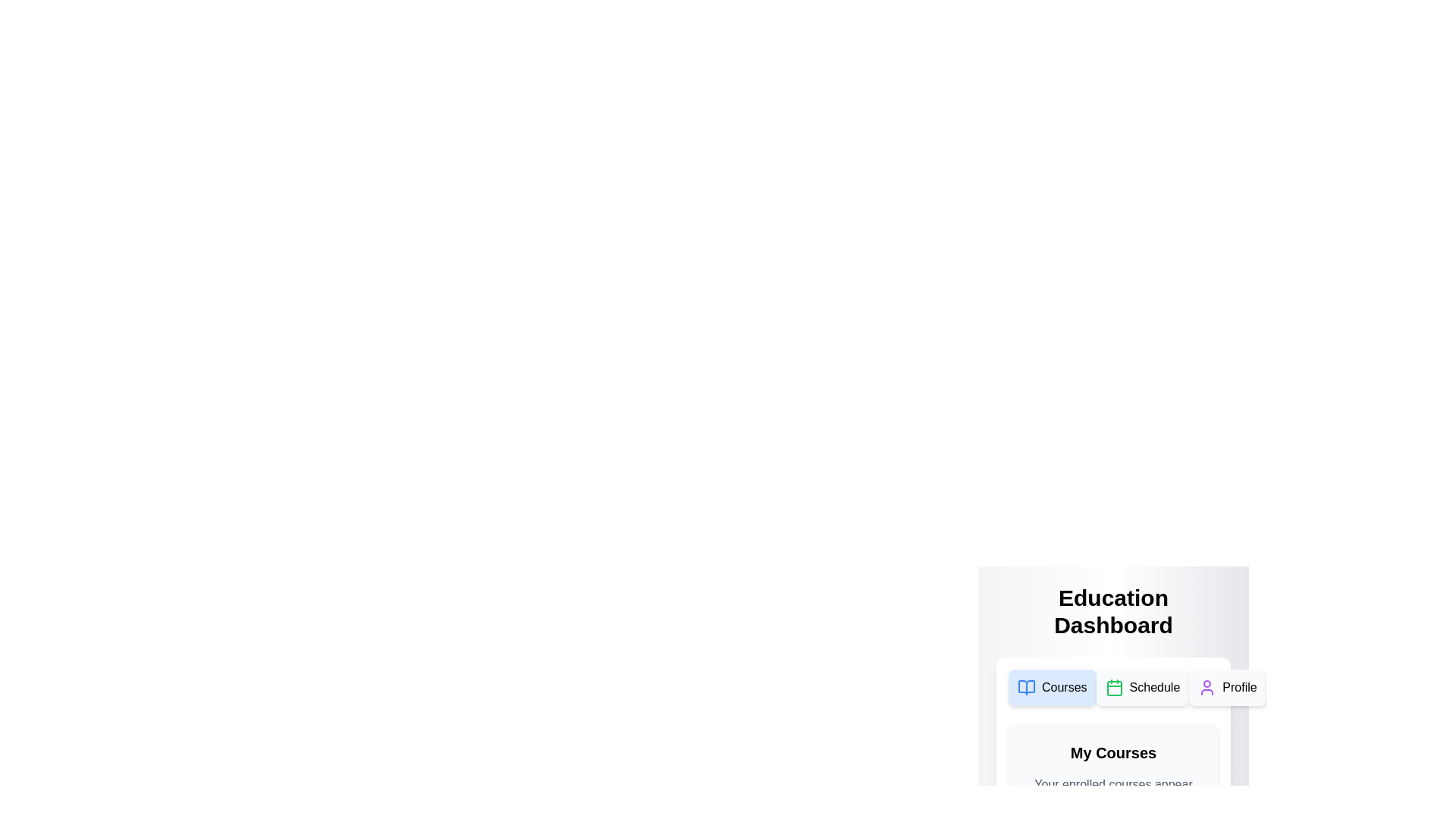  What do you see at coordinates (1051, 687) in the screenshot?
I see `the 'Courses' navigation button located` at bounding box center [1051, 687].